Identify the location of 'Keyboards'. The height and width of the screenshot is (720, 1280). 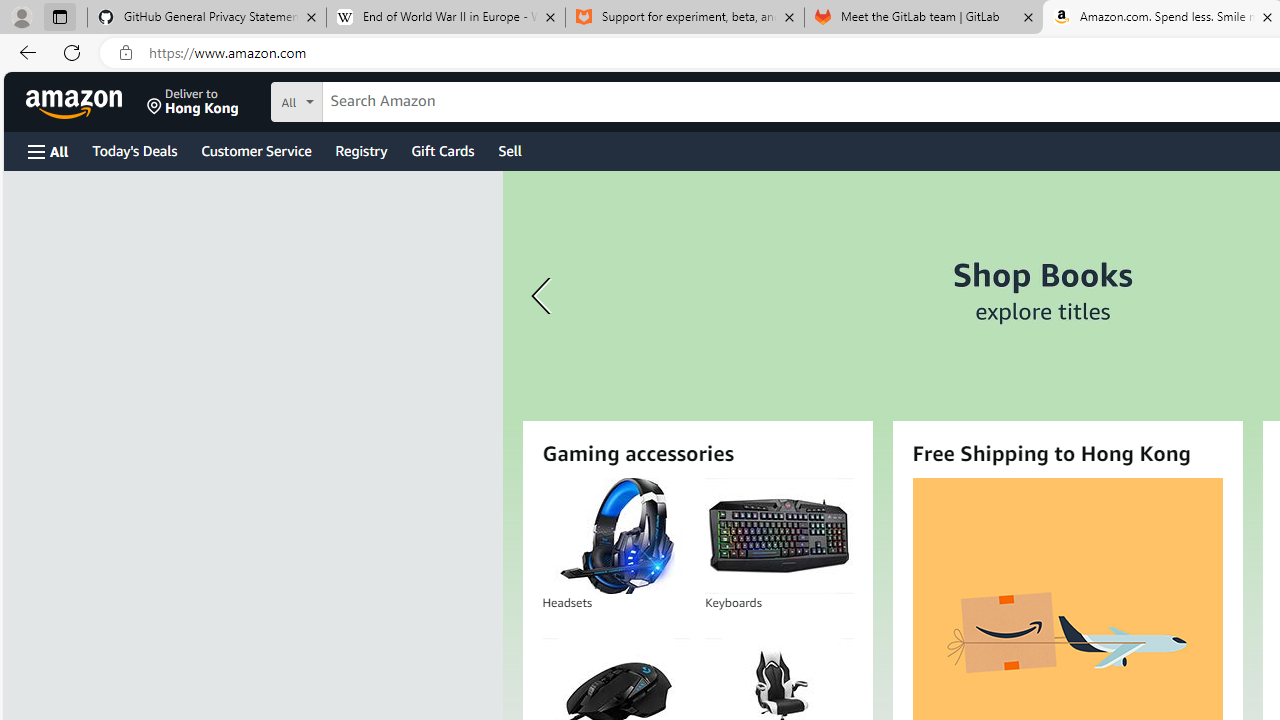
(777, 535).